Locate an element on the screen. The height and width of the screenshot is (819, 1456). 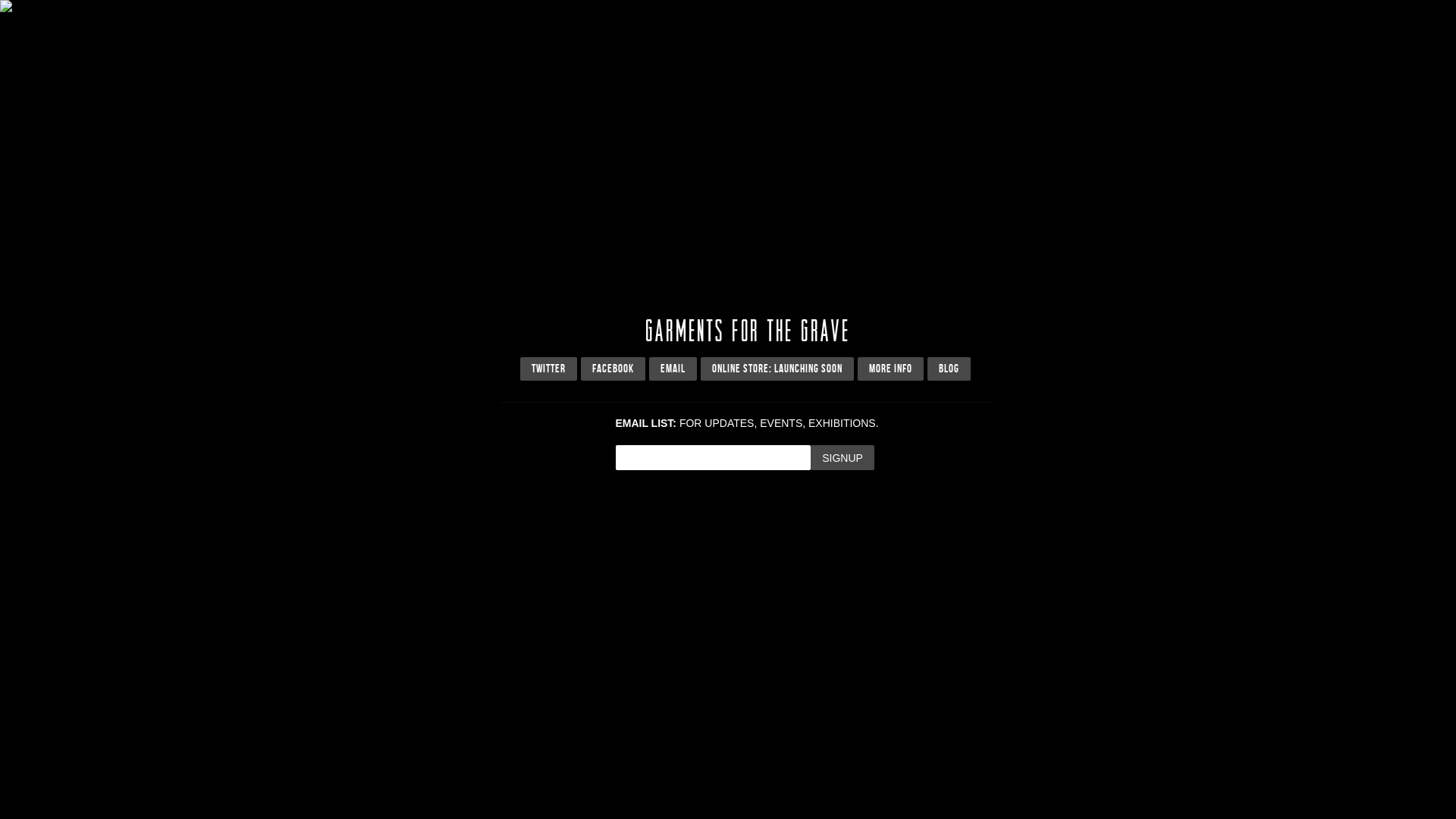
'BLOG' is located at coordinates (947, 369).